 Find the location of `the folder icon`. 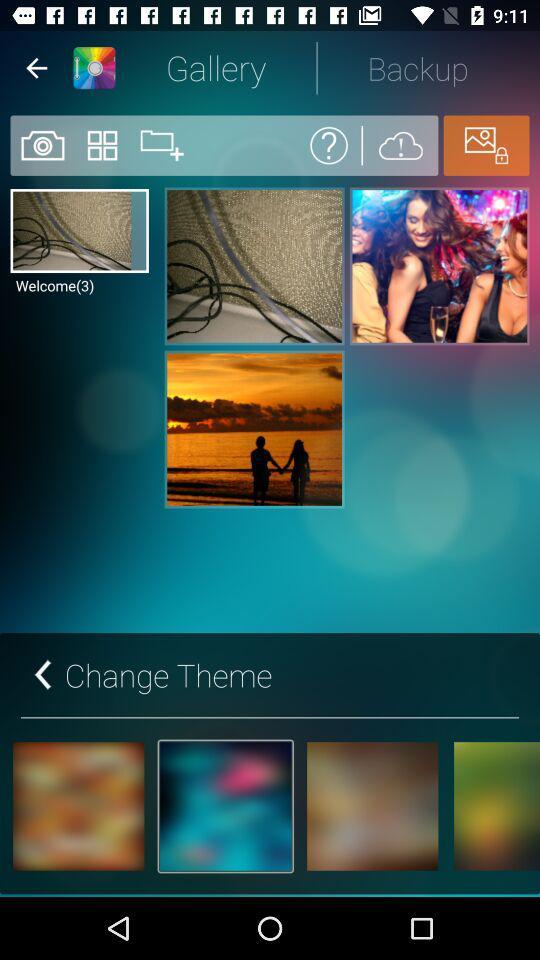

the folder icon is located at coordinates (161, 144).